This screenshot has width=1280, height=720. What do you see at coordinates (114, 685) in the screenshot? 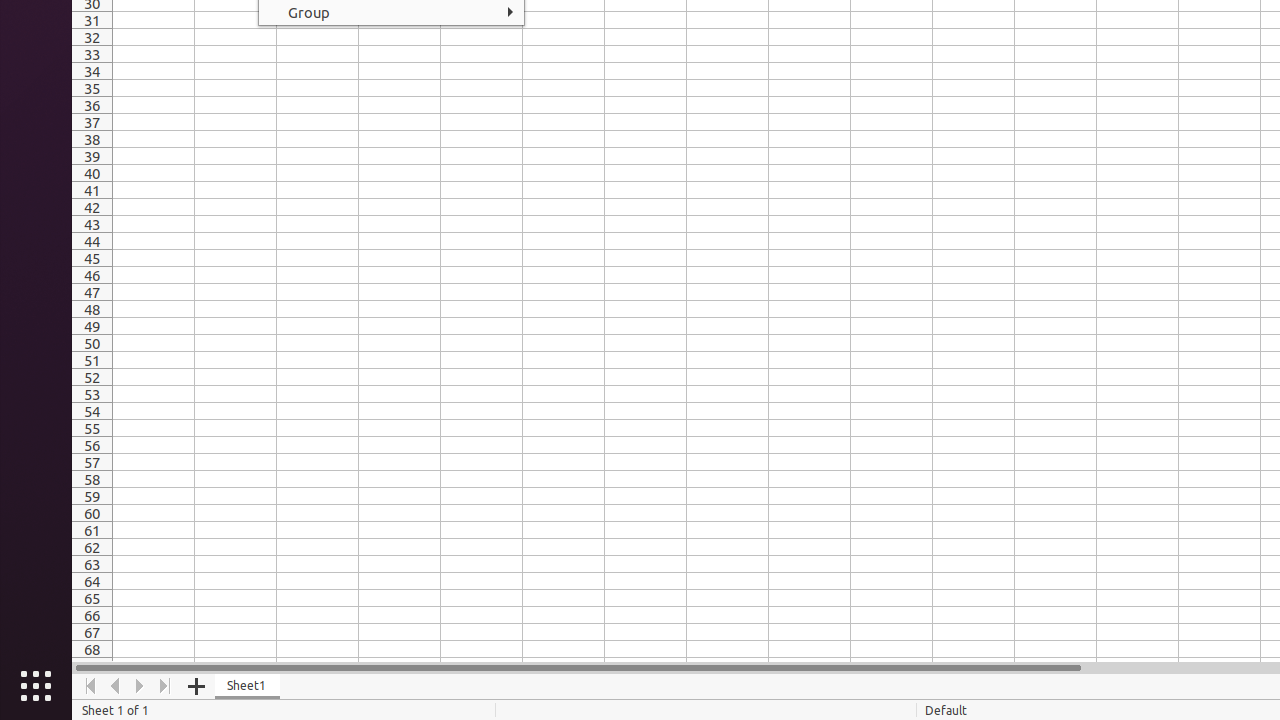
I see `'Move Left'` at bounding box center [114, 685].